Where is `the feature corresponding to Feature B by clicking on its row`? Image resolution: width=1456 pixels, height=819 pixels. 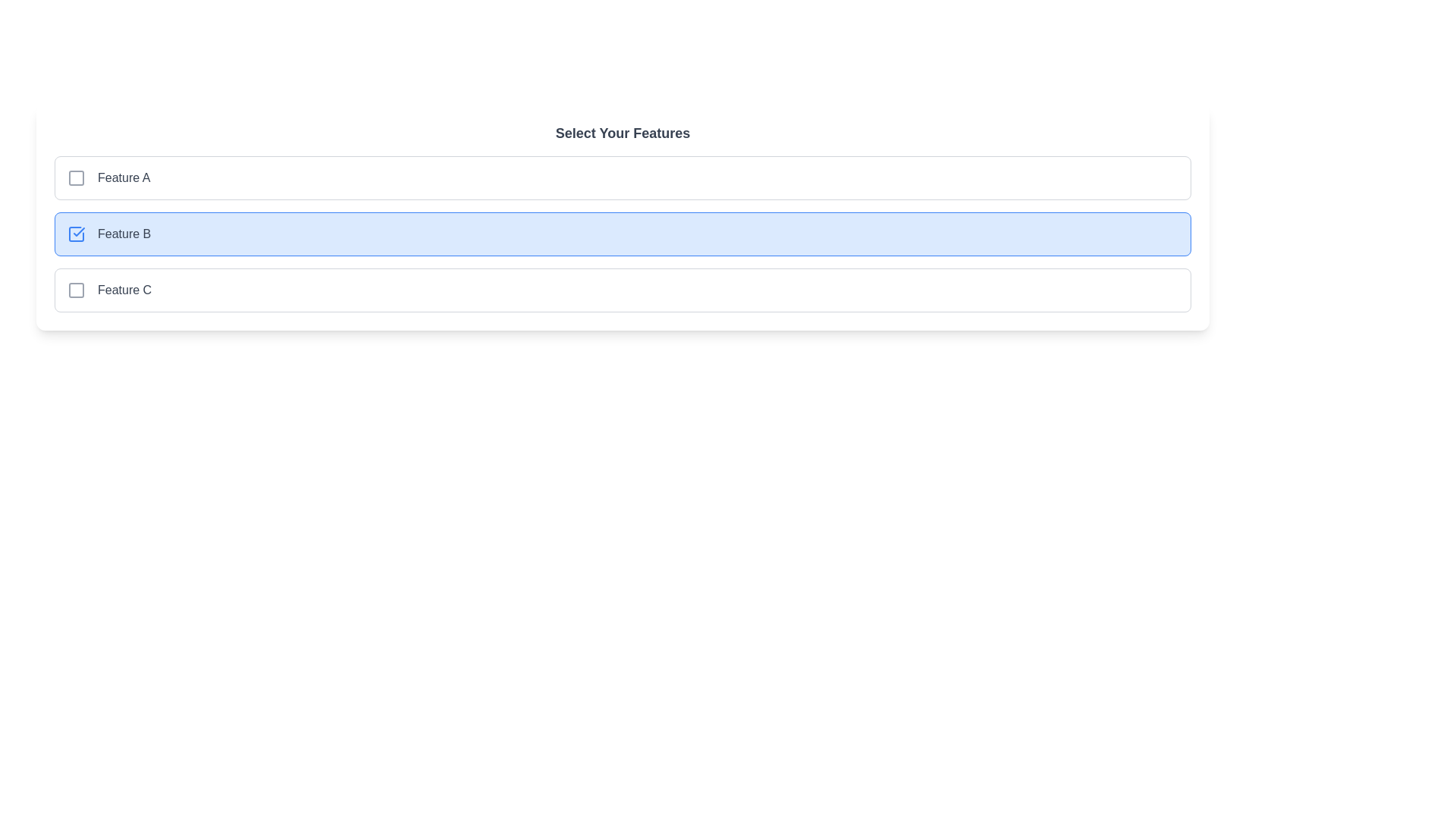 the feature corresponding to Feature B by clicking on its row is located at coordinates (623, 234).